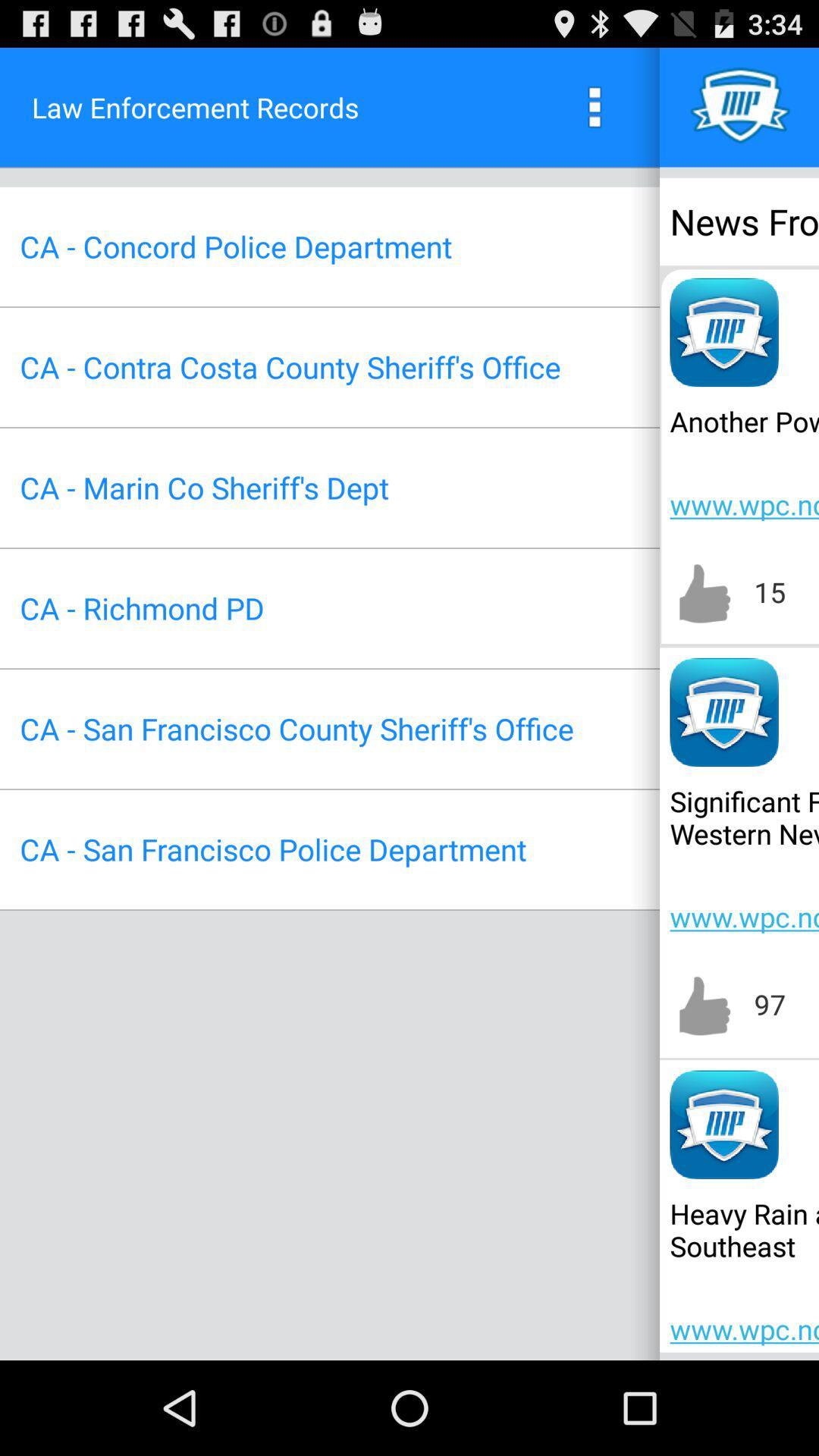 Image resolution: width=819 pixels, height=1456 pixels. I want to click on ca - richmond pd item, so click(142, 608).